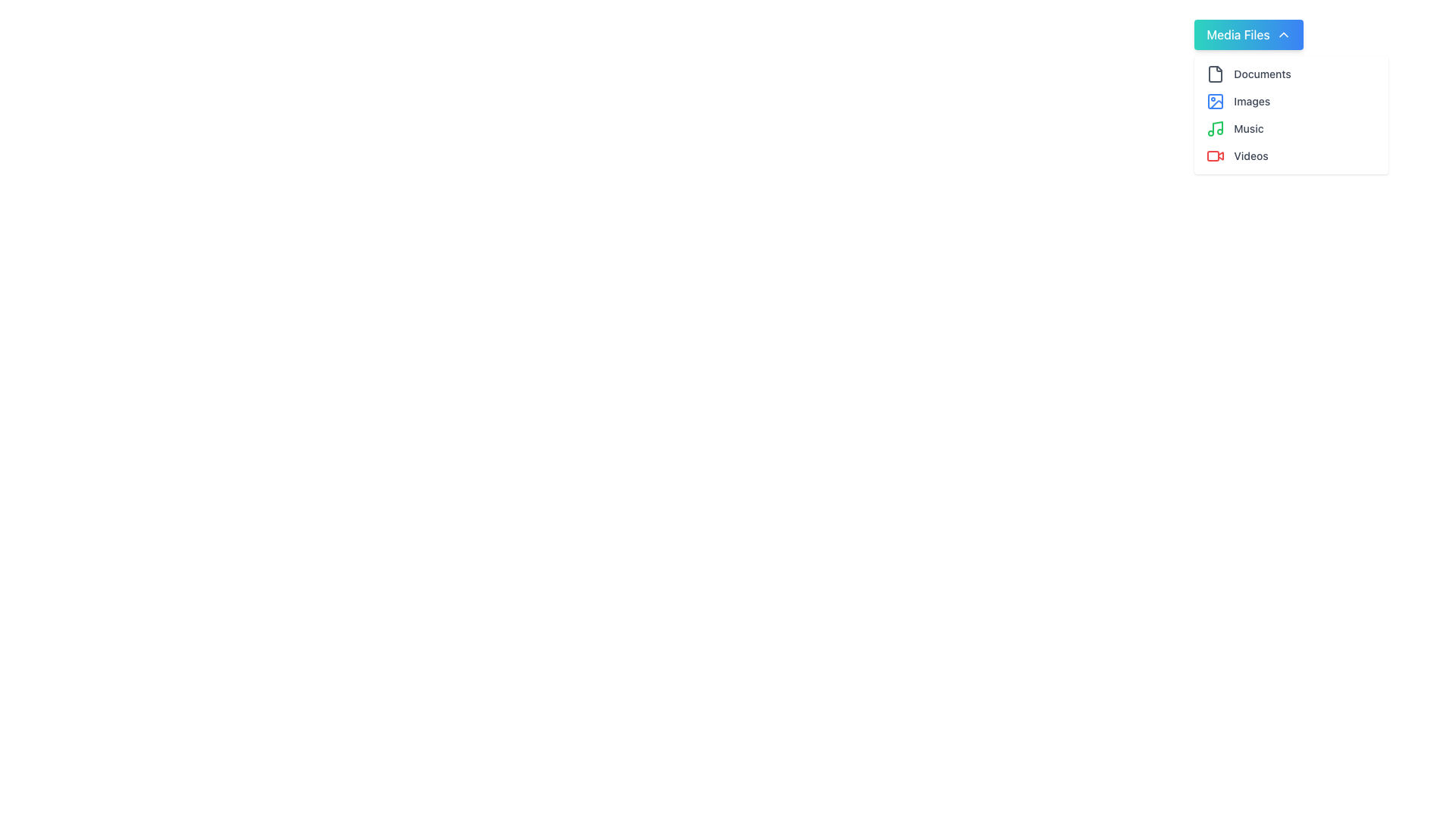  What do you see at coordinates (1221, 155) in the screenshot?
I see `the small red triangle icon resembling a 'Play' symbol located within the 'Videos' button` at bounding box center [1221, 155].